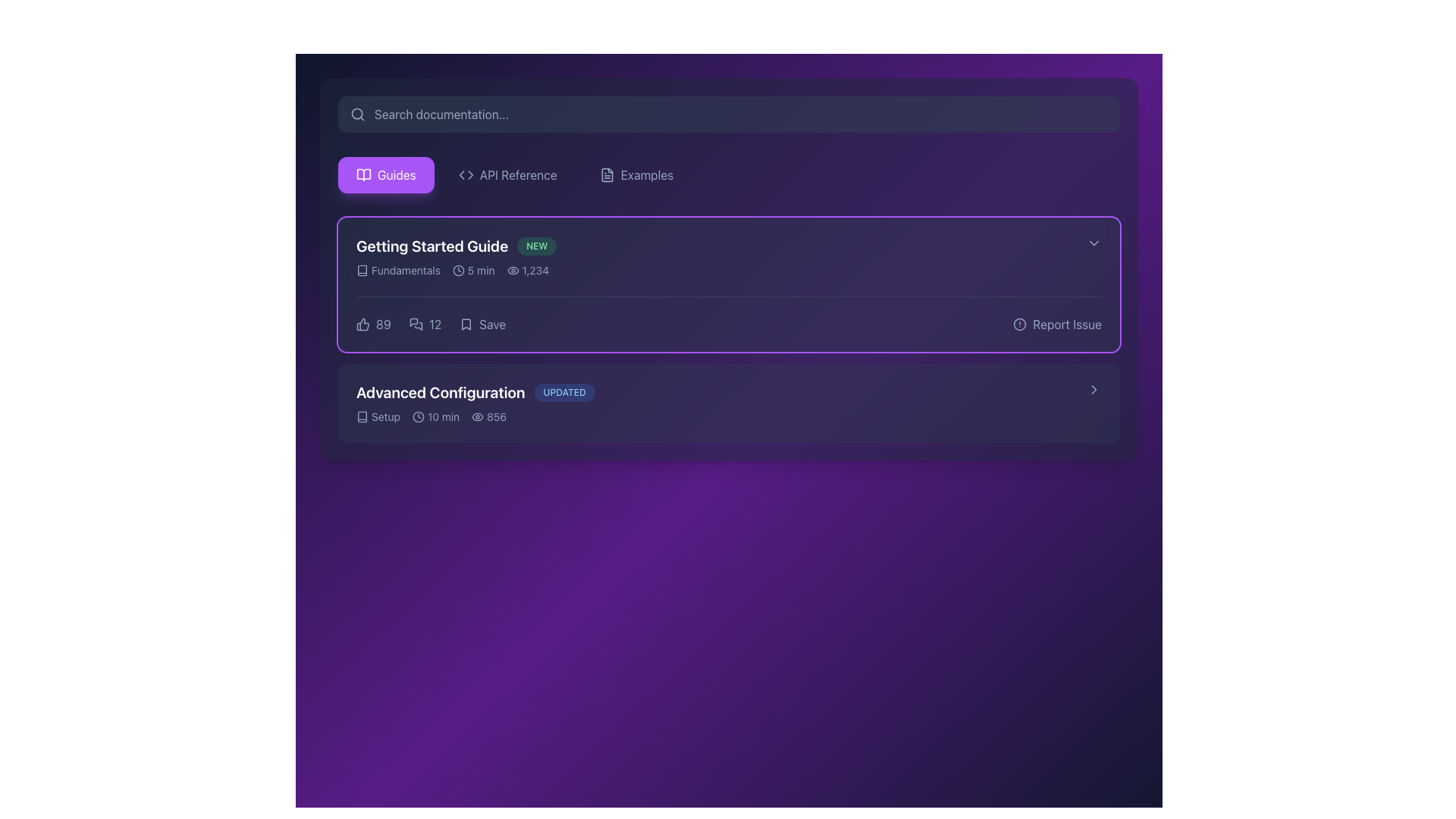 Image resolution: width=1456 pixels, height=819 pixels. What do you see at coordinates (443, 417) in the screenshot?
I see `textual information of the Text label indicating the estimated time required for a specific action located in the 'Advanced Configuration' section, positioned to the right of a clock icon and above the numeric label displaying '856'` at bounding box center [443, 417].